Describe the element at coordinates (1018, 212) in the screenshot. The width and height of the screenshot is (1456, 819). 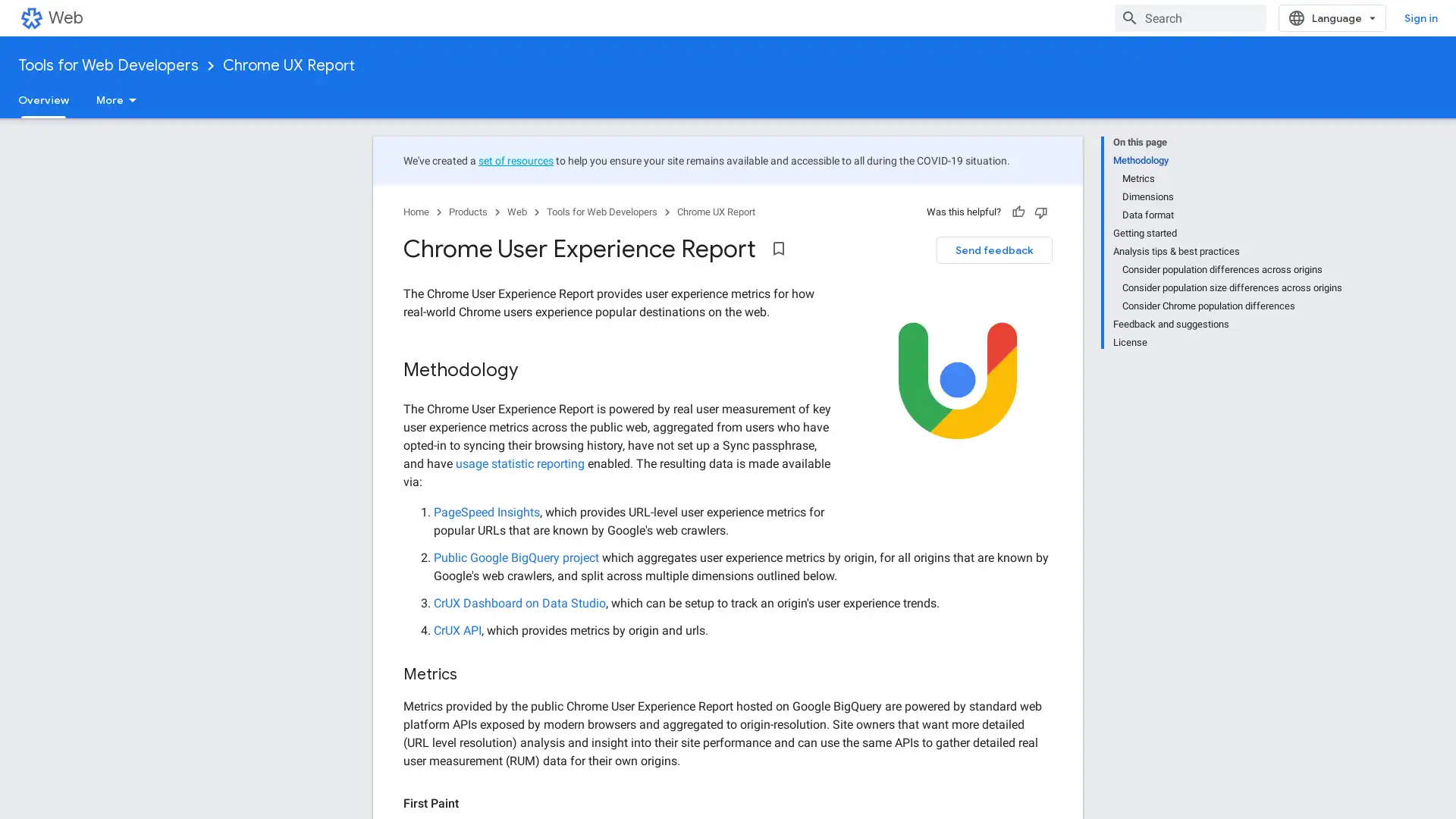
I see `Helpful` at that location.